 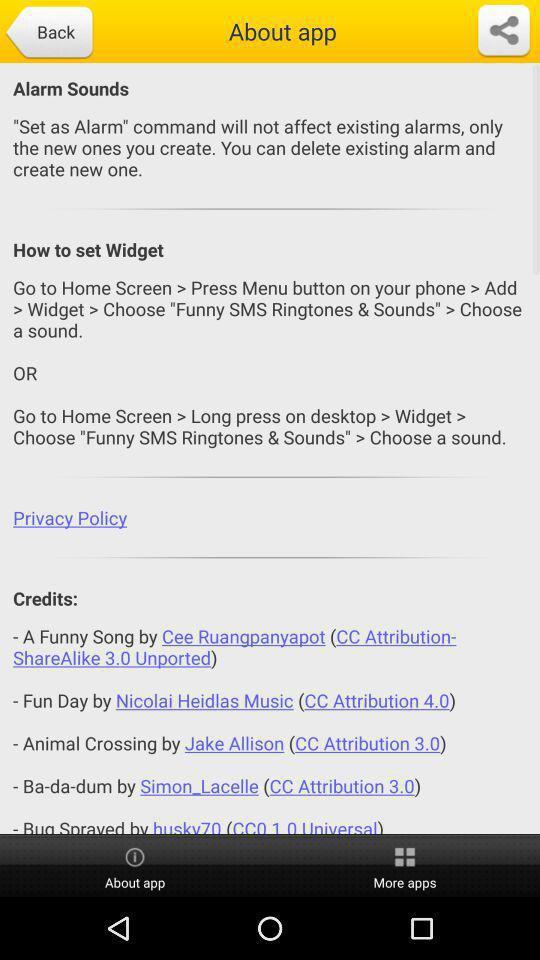 What do you see at coordinates (405, 865) in the screenshot?
I see `the item to the right of about app icon` at bounding box center [405, 865].